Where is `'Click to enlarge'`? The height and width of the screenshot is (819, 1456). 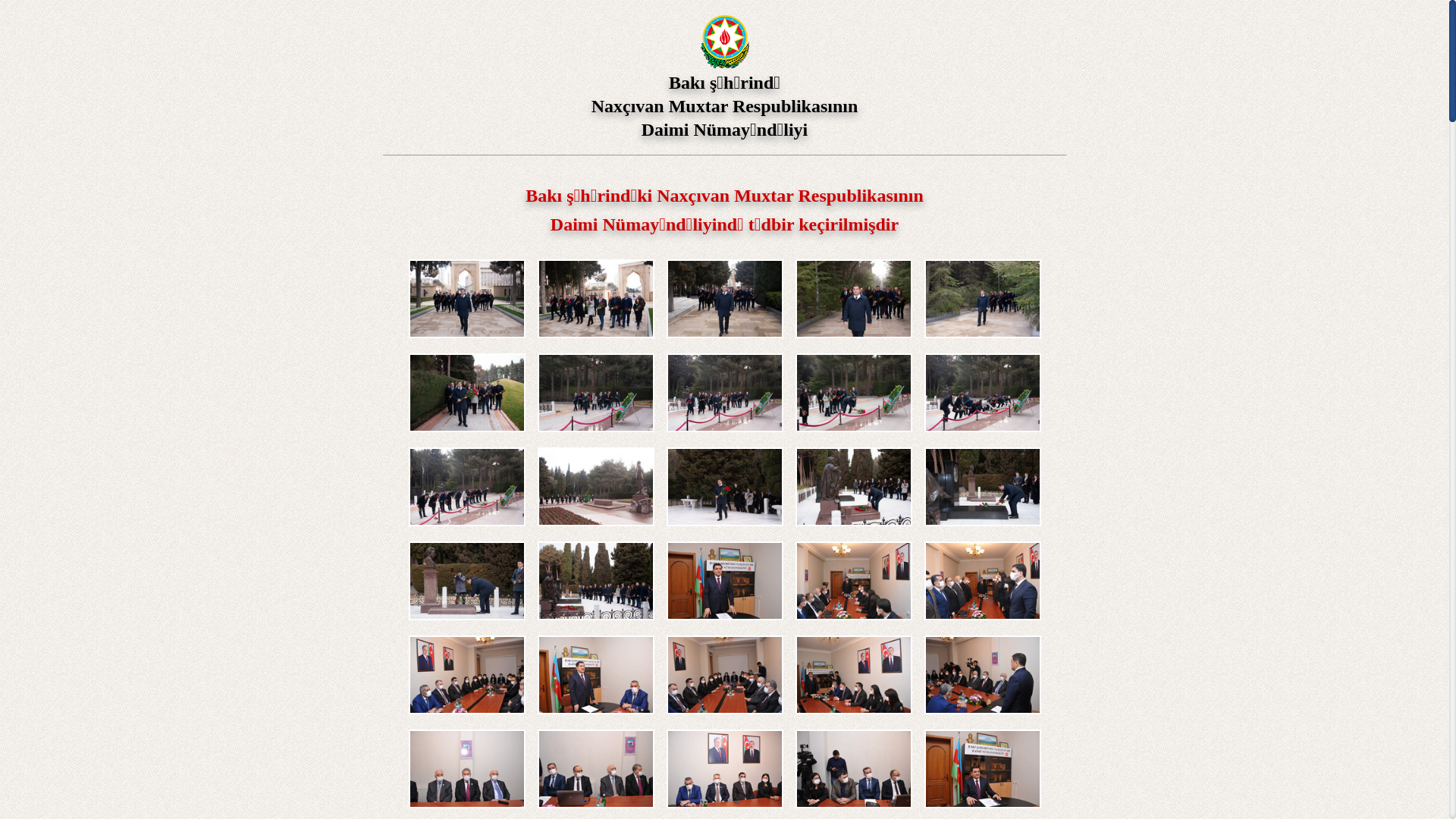
'Click to enlarge' is located at coordinates (923, 298).